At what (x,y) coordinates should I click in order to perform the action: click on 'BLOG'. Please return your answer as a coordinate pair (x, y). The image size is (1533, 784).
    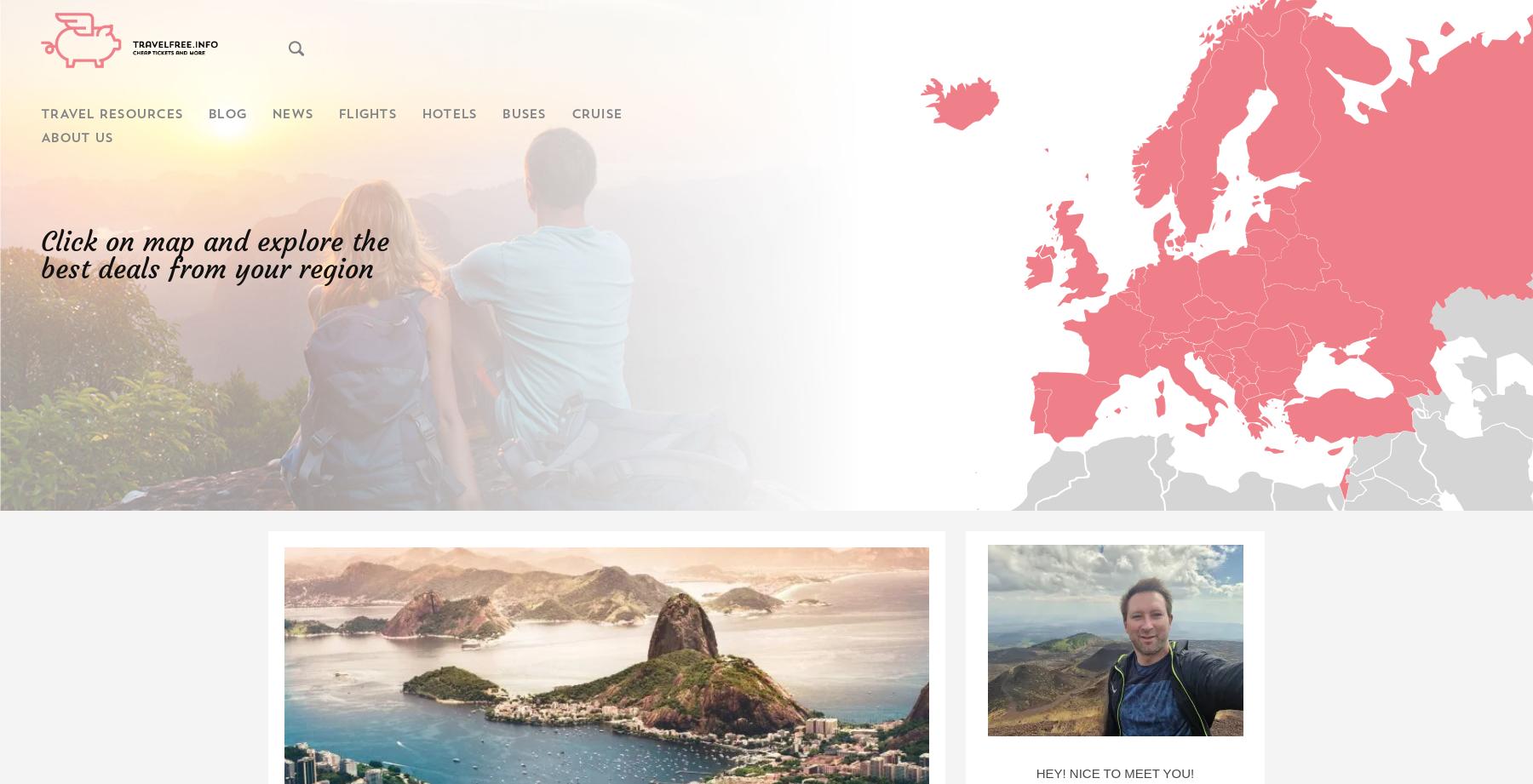
    Looking at the image, I should click on (226, 115).